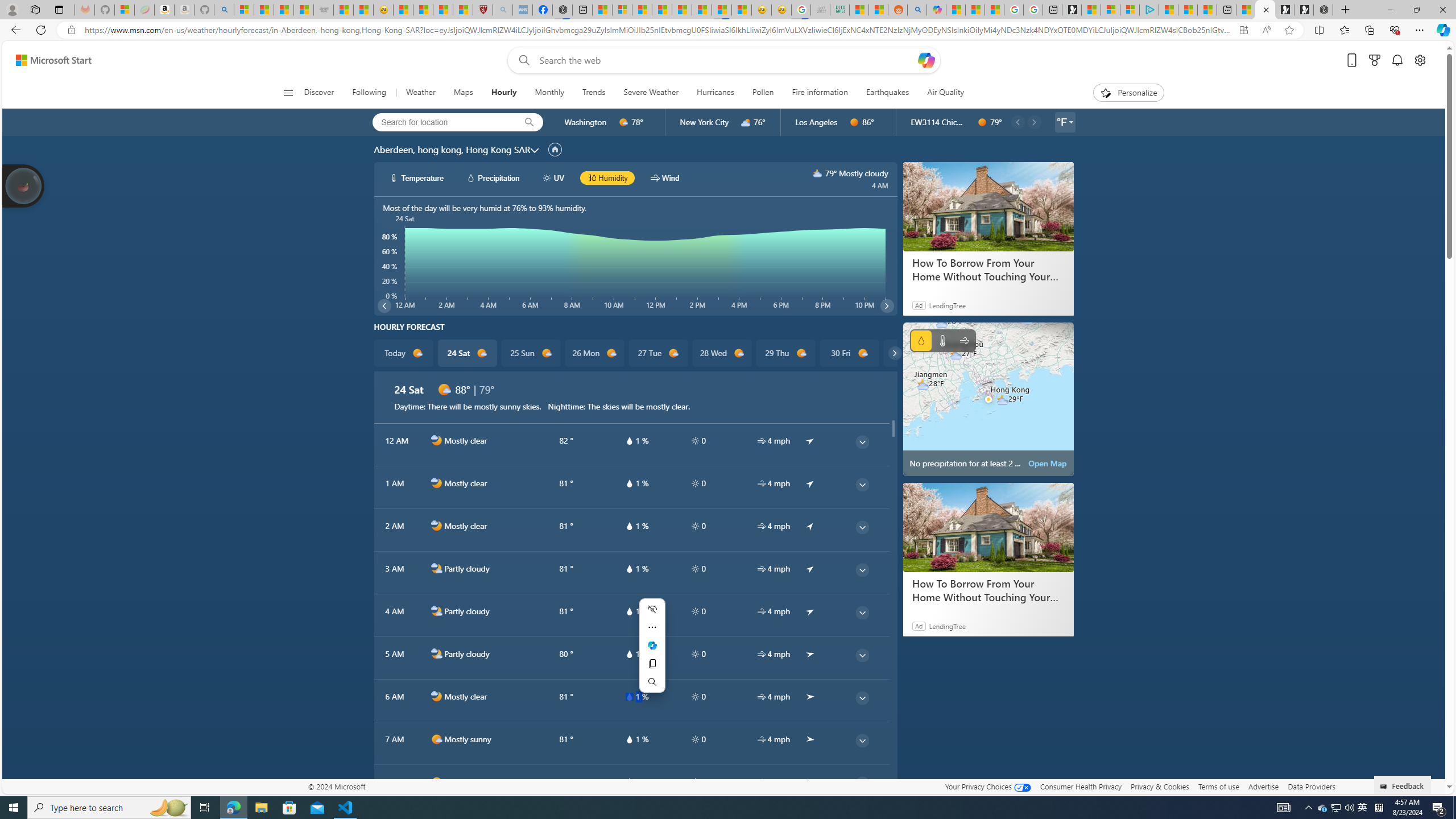 The width and height of the screenshot is (1456, 819). I want to click on 'Air Quality', so click(940, 92).